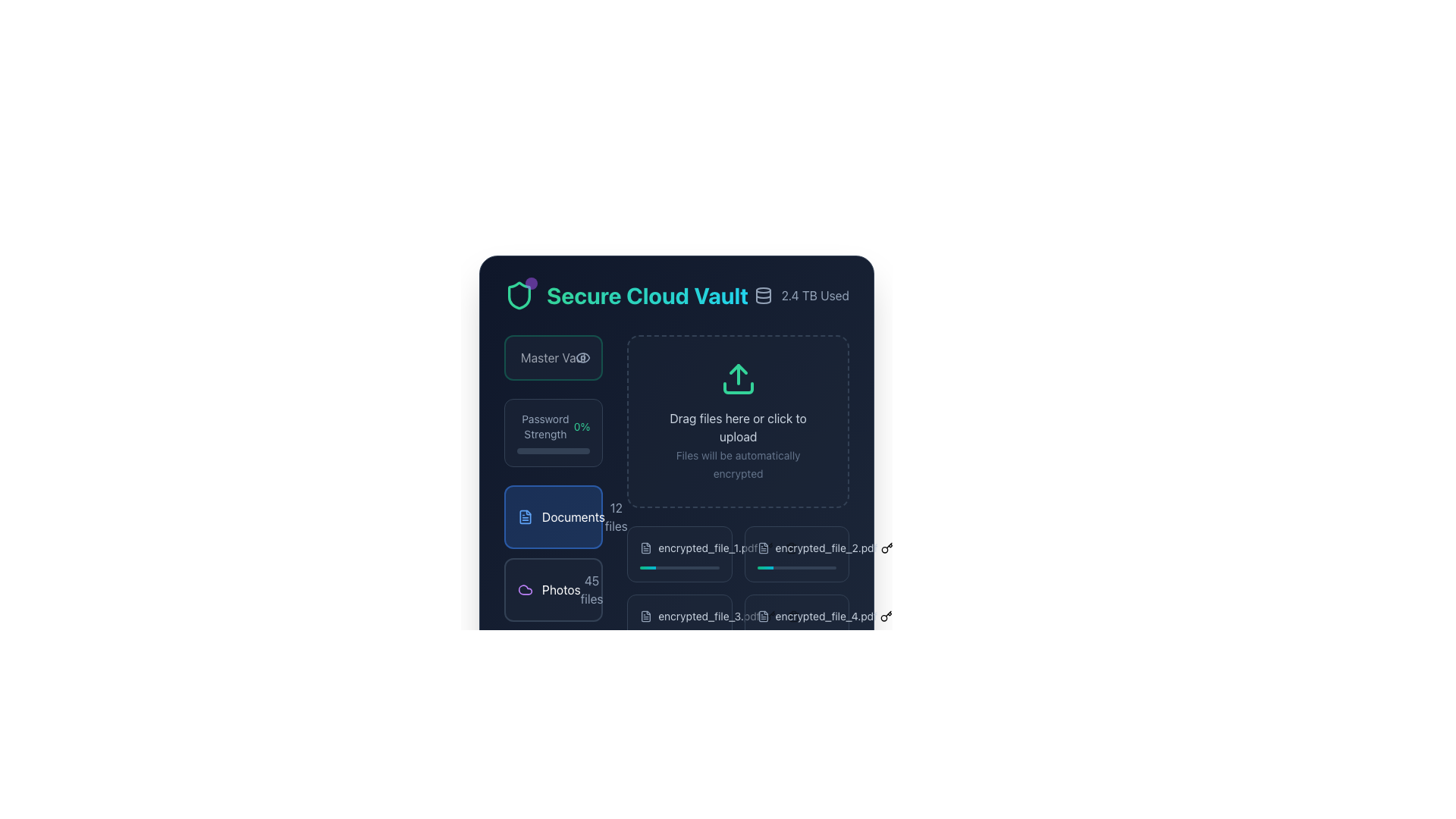 This screenshot has width=1456, height=819. What do you see at coordinates (548, 589) in the screenshot?
I see `the text label 'photos' accompanied by a purple cloud icon, which is located below the 'Documents' section and grouped with the descriptor '45 files'` at bounding box center [548, 589].